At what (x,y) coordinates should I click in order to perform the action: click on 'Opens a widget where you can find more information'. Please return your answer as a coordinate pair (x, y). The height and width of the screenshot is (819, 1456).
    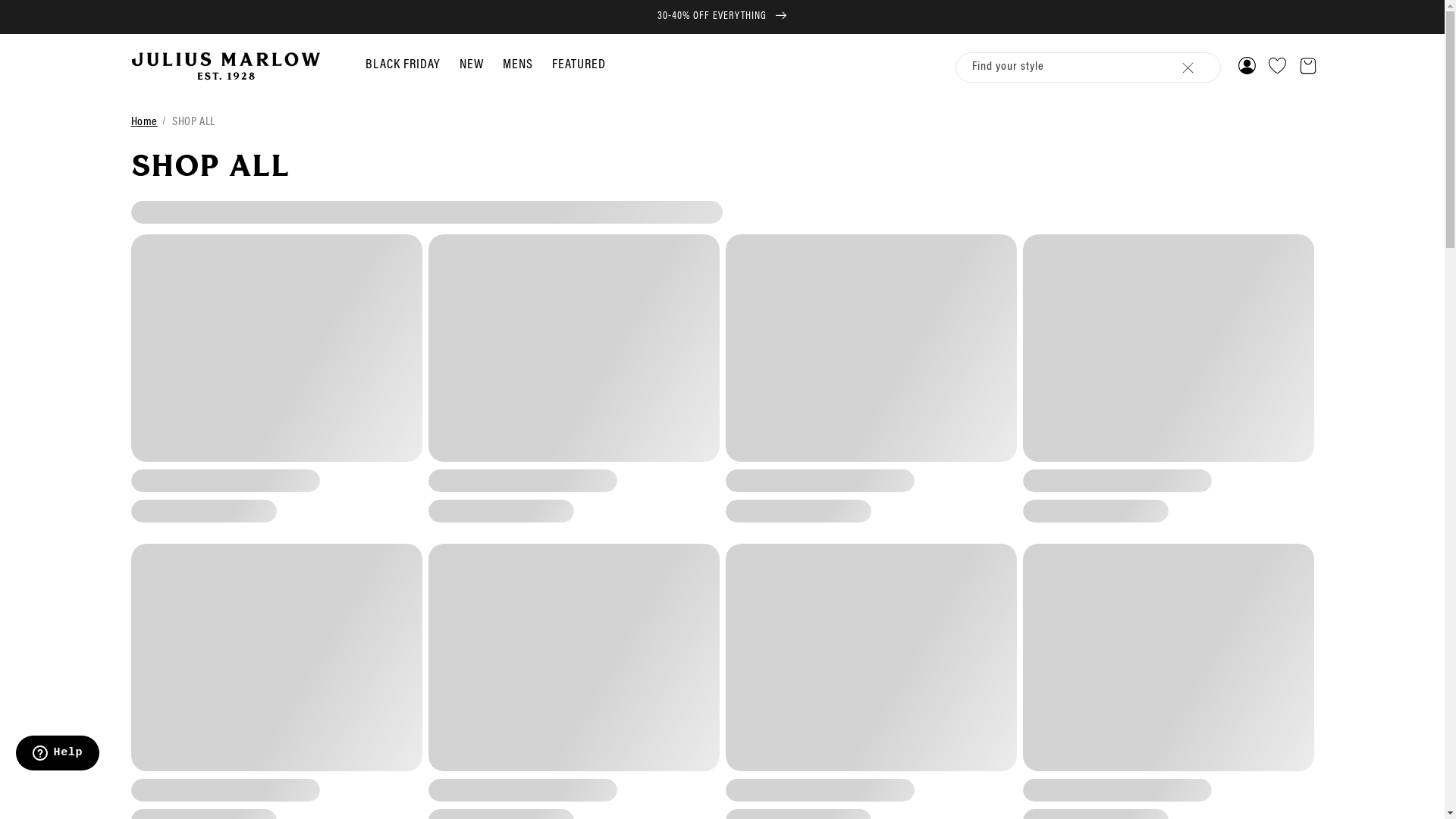
    Looking at the image, I should click on (14, 755).